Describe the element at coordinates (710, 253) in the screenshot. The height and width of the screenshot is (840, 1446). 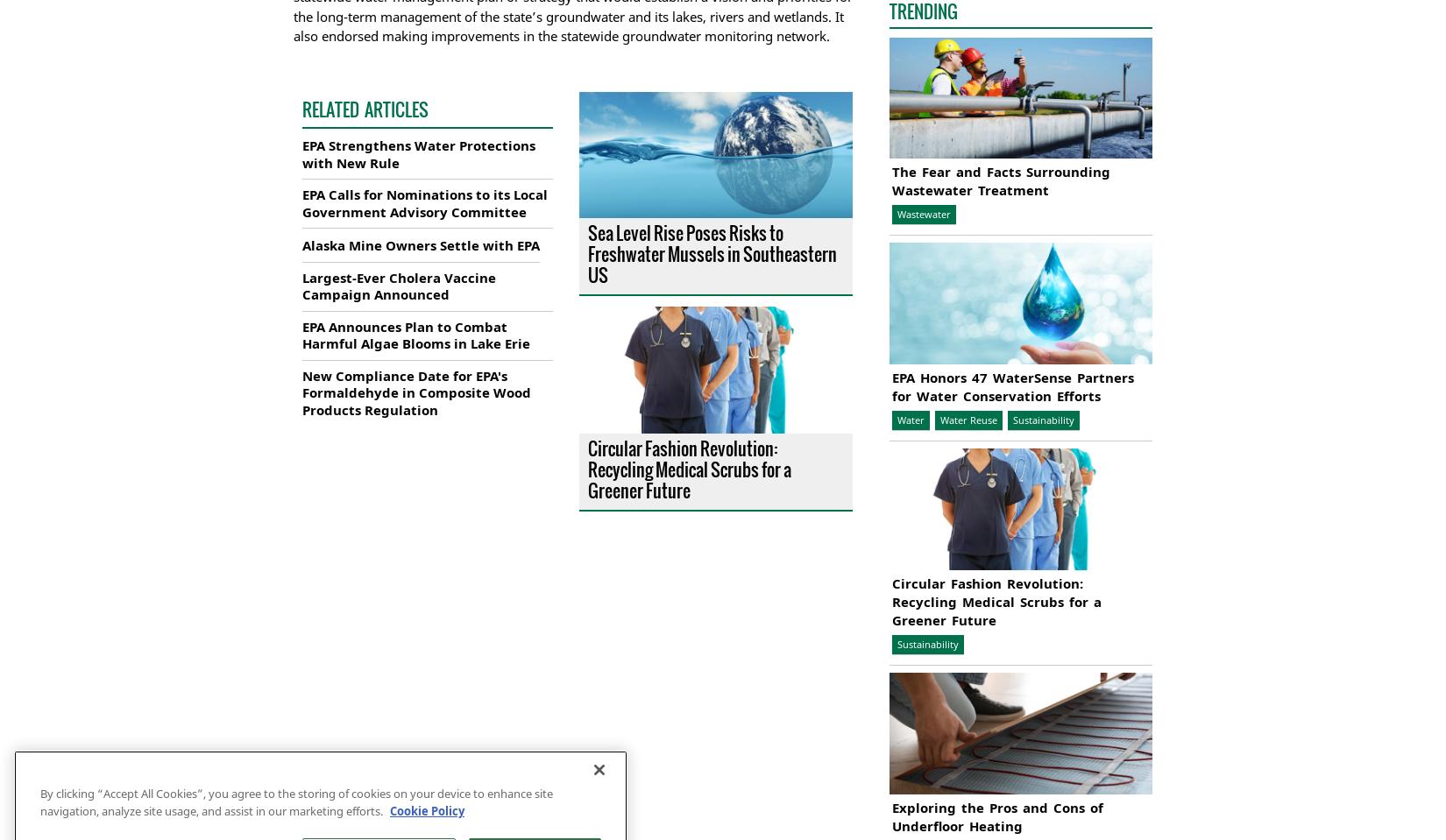
I see `'Sea Level Rise Poses Risks to Freshwater Mussels in Southeastern US'` at that location.